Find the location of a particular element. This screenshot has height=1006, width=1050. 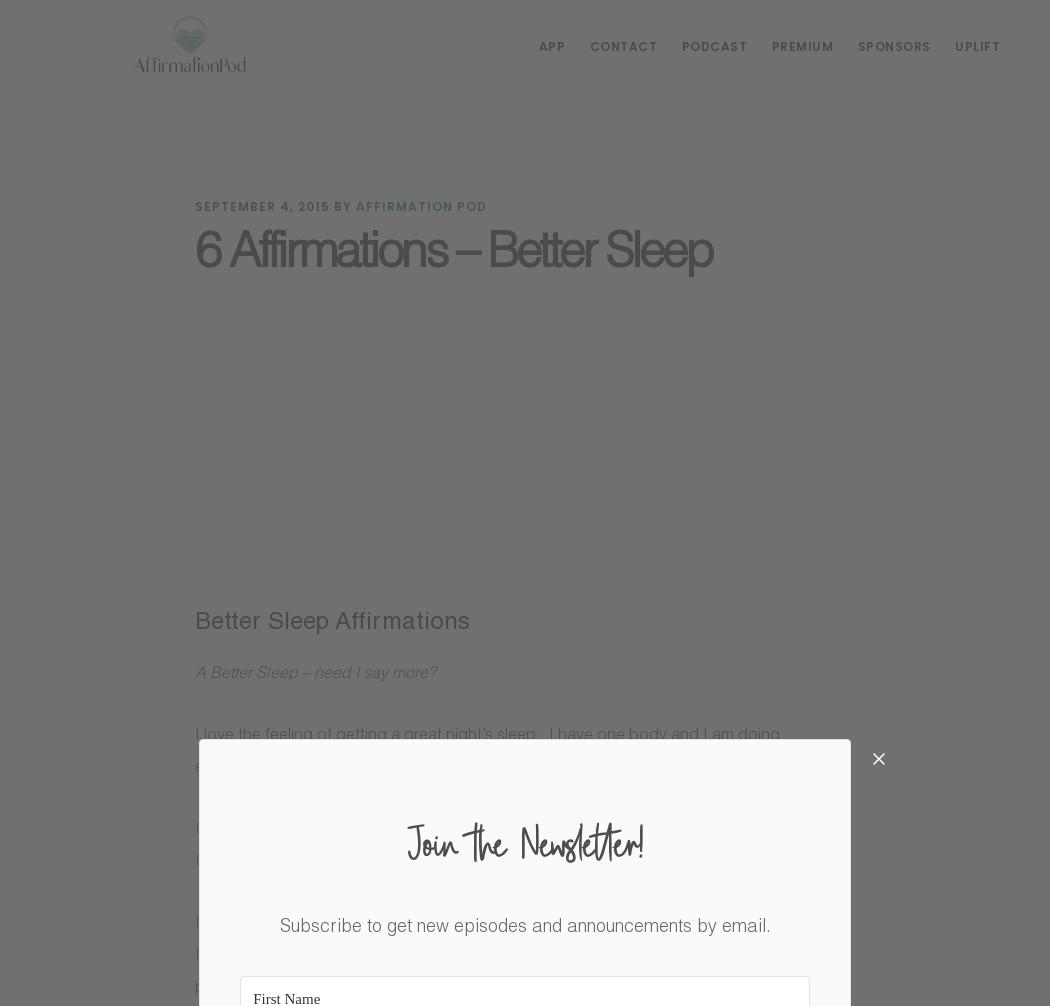

'App' is located at coordinates (551, 46).